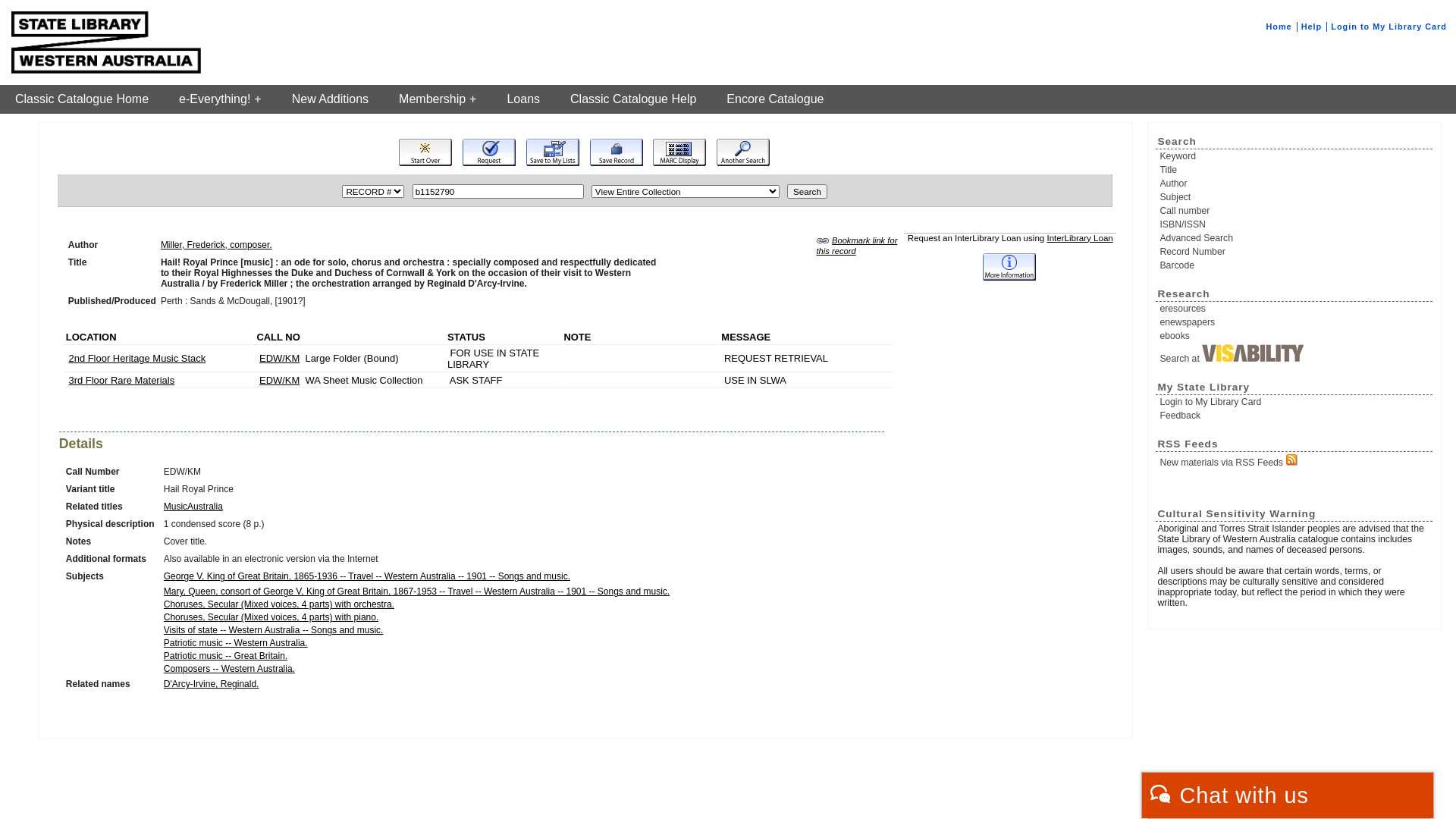 This screenshot has width=1456, height=819. What do you see at coordinates (219, 99) in the screenshot?
I see `'e-Everything!'` at bounding box center [219, 99].